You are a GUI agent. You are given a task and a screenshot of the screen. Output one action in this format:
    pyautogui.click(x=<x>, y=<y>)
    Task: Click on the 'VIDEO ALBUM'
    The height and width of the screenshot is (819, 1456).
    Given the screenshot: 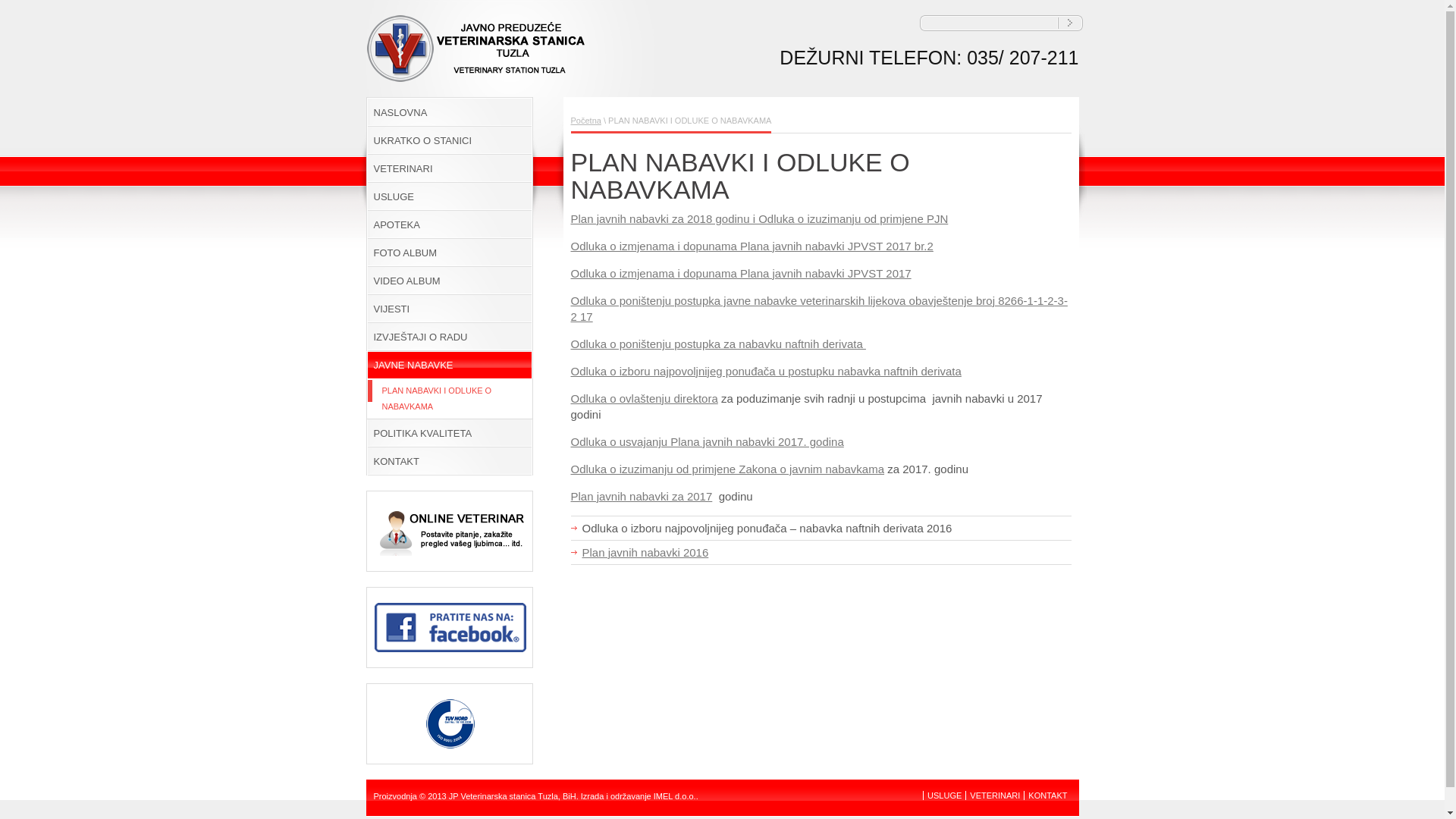 What is the action you would take?
    pyautogui.click(x=365, y=281)
    